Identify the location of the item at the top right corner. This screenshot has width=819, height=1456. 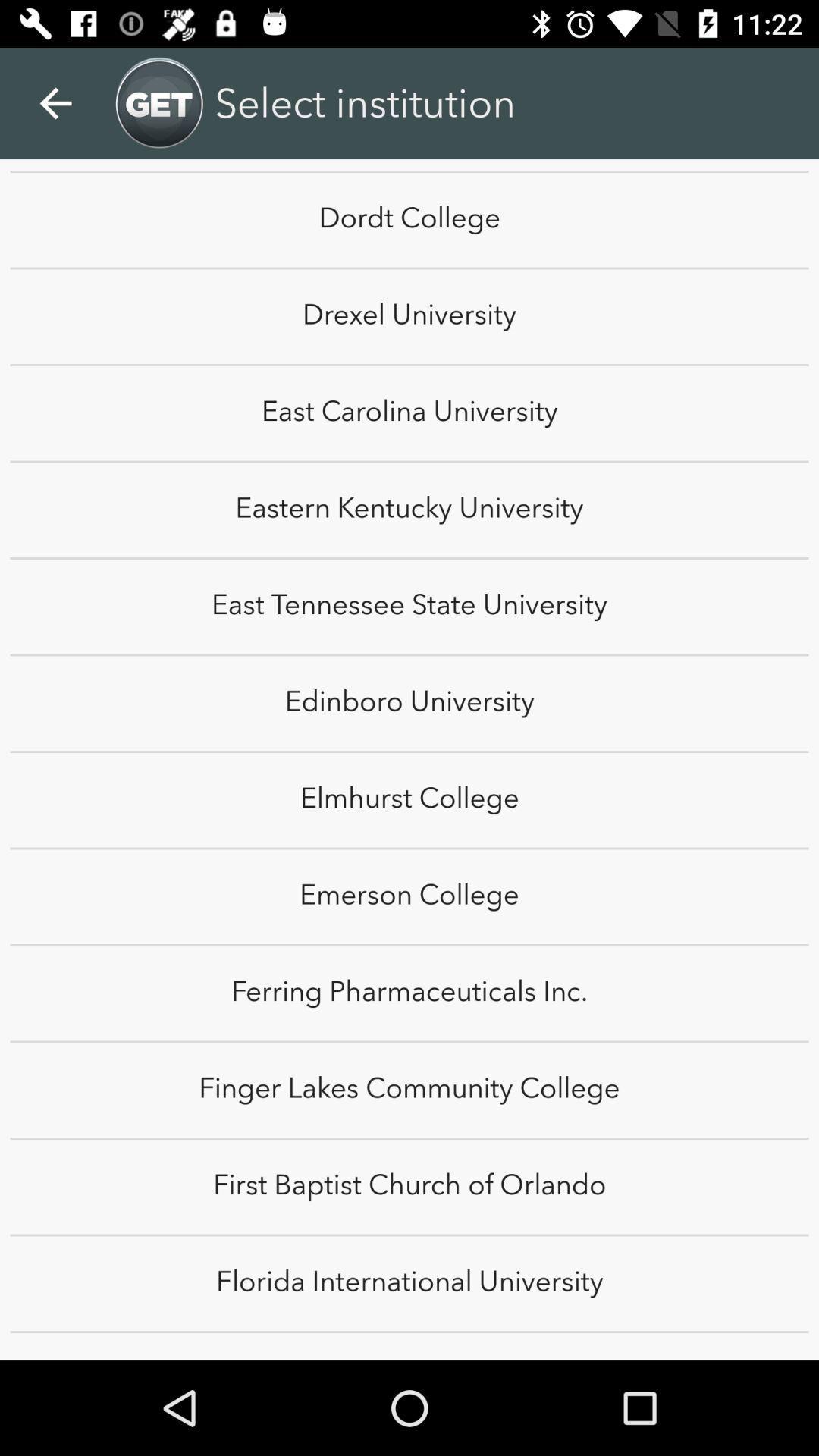
(779, 86).